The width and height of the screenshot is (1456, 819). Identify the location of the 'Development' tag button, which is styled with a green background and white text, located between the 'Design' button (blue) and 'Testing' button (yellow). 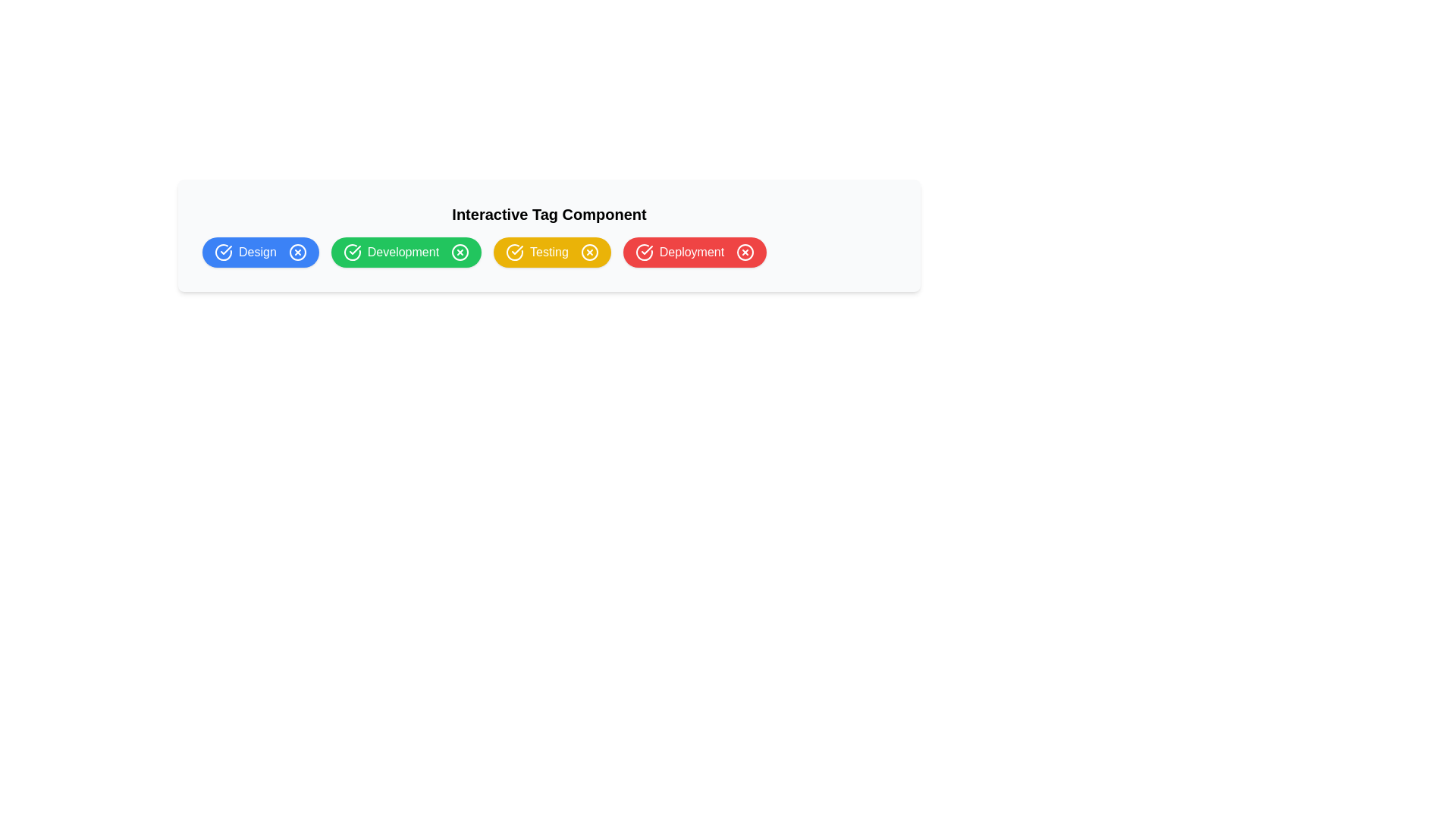
(406, 251).